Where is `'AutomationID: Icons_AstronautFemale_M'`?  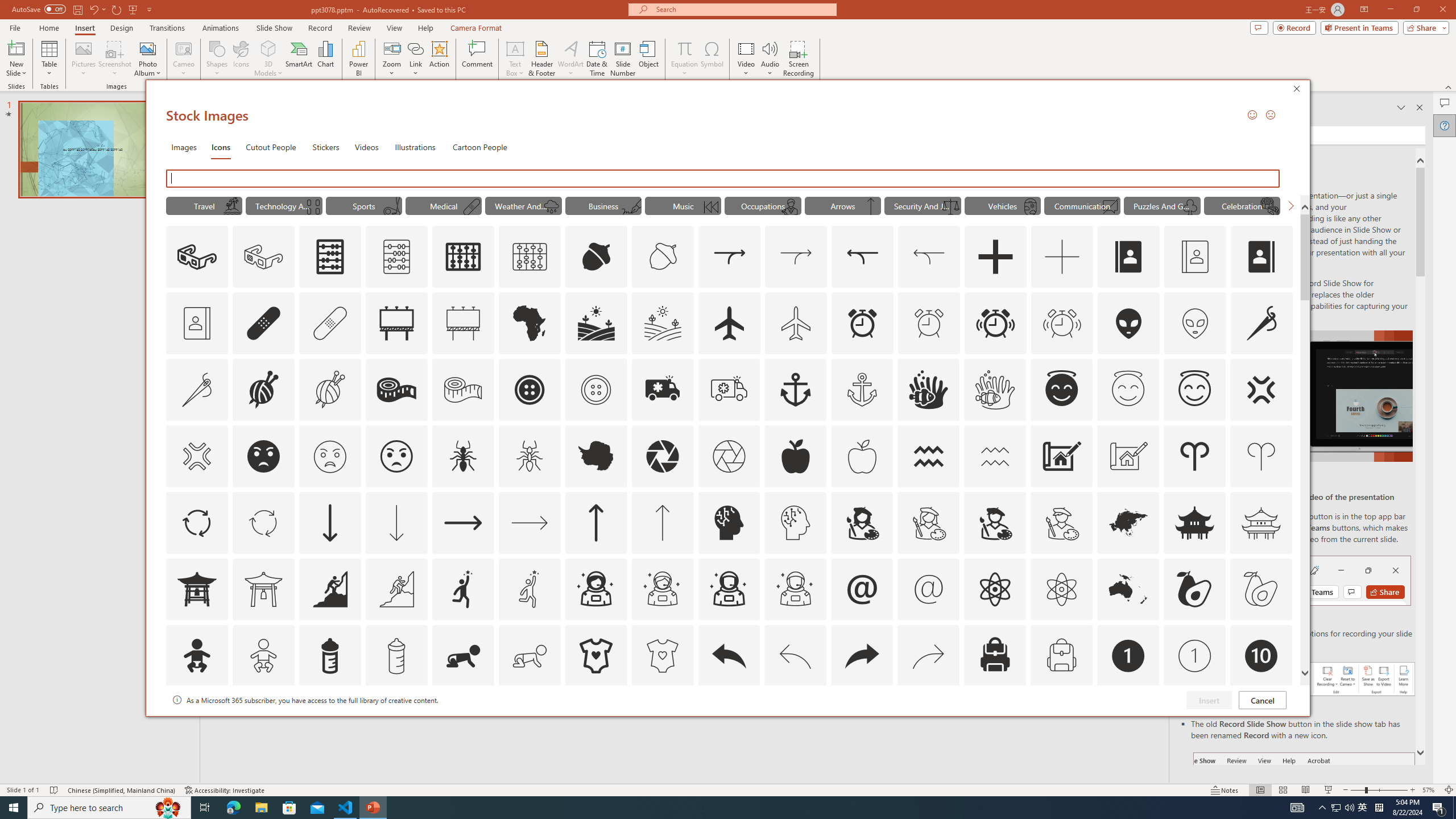
'AutomationID: Icons_AstronautFemale_M' is located at coordinates (661, 588).